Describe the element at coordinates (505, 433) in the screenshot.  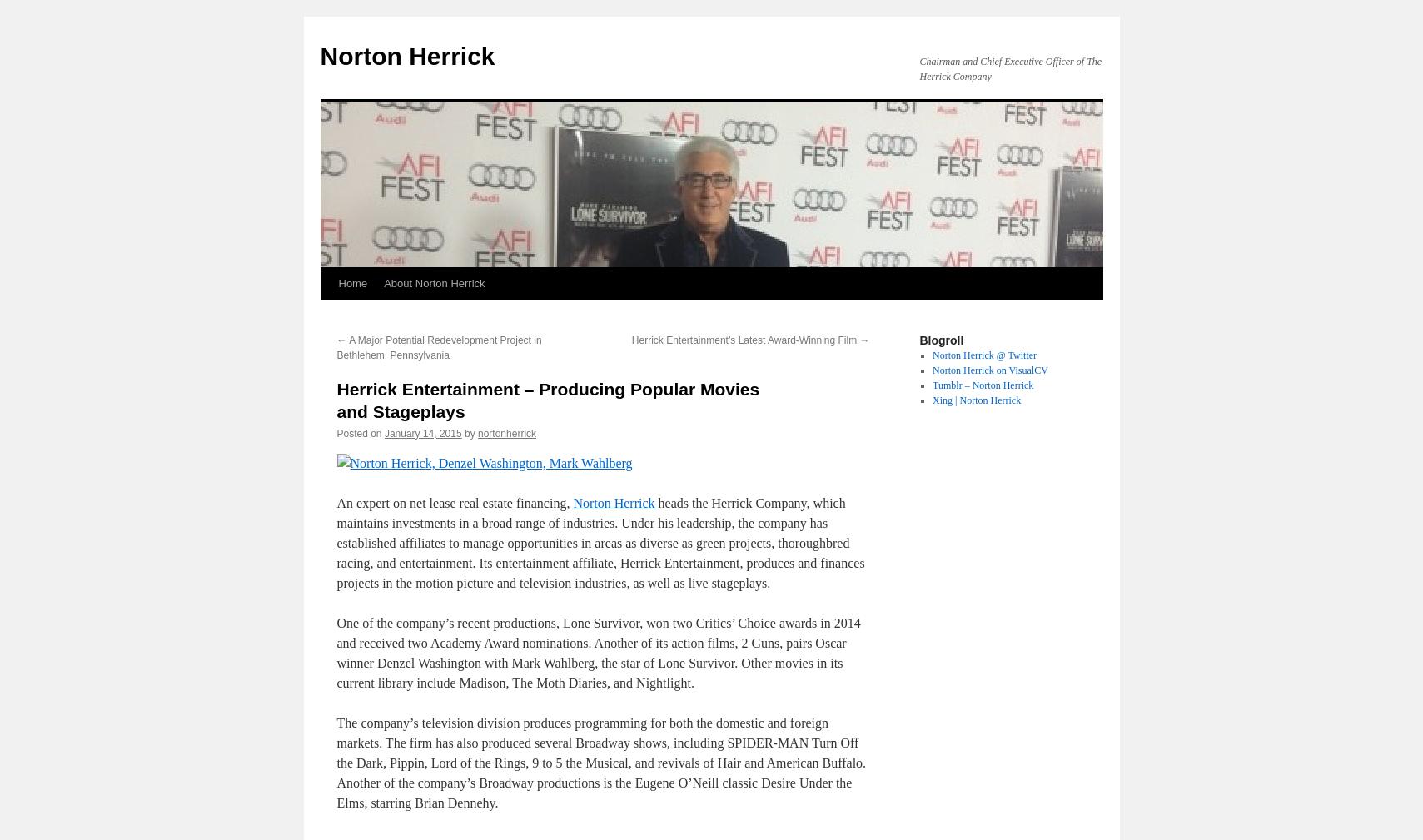
I see `'nortonherrick'` at that location.